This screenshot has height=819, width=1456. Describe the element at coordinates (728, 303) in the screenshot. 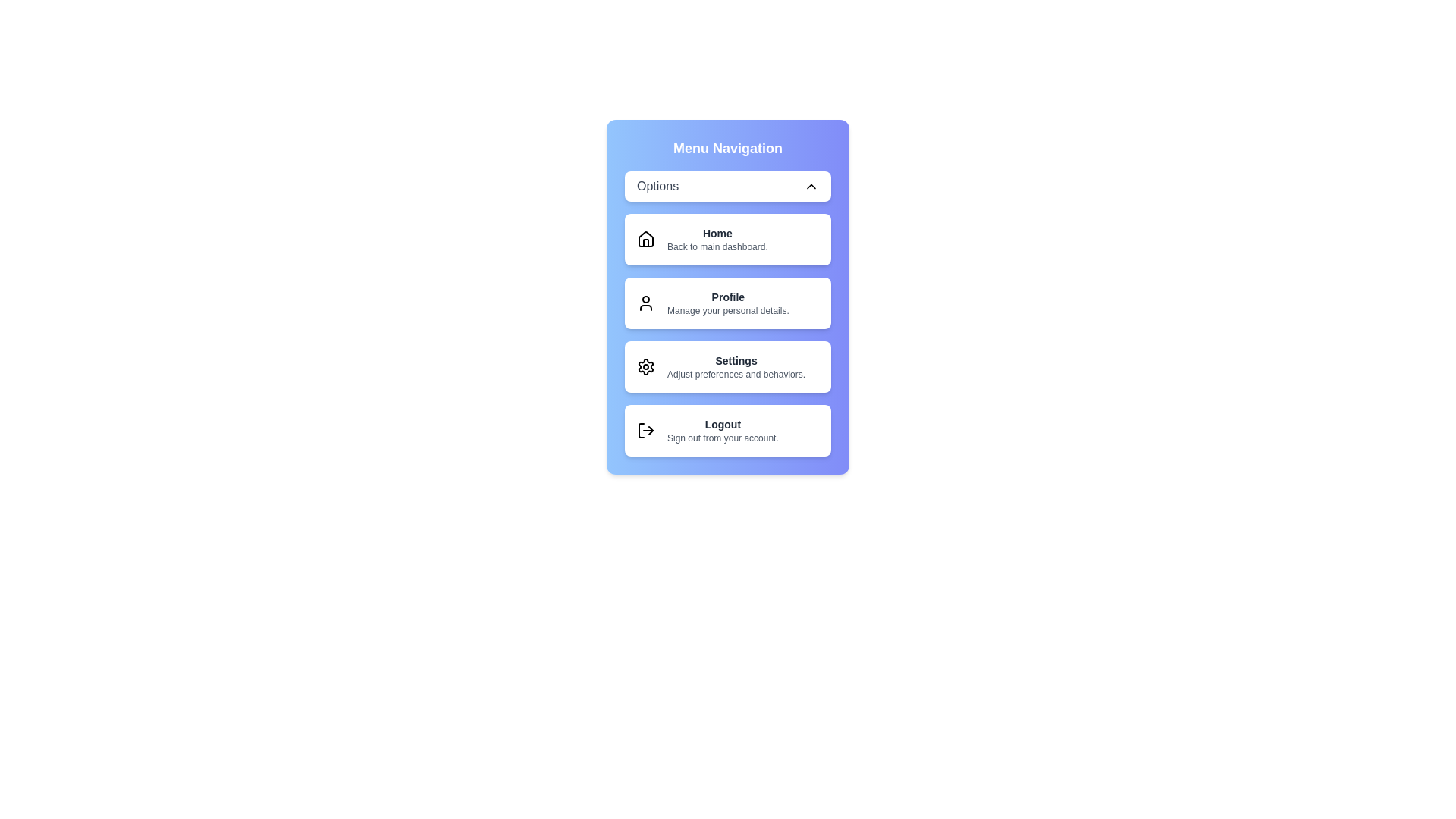

I see `the menu item Profile to preview its details` at that location.